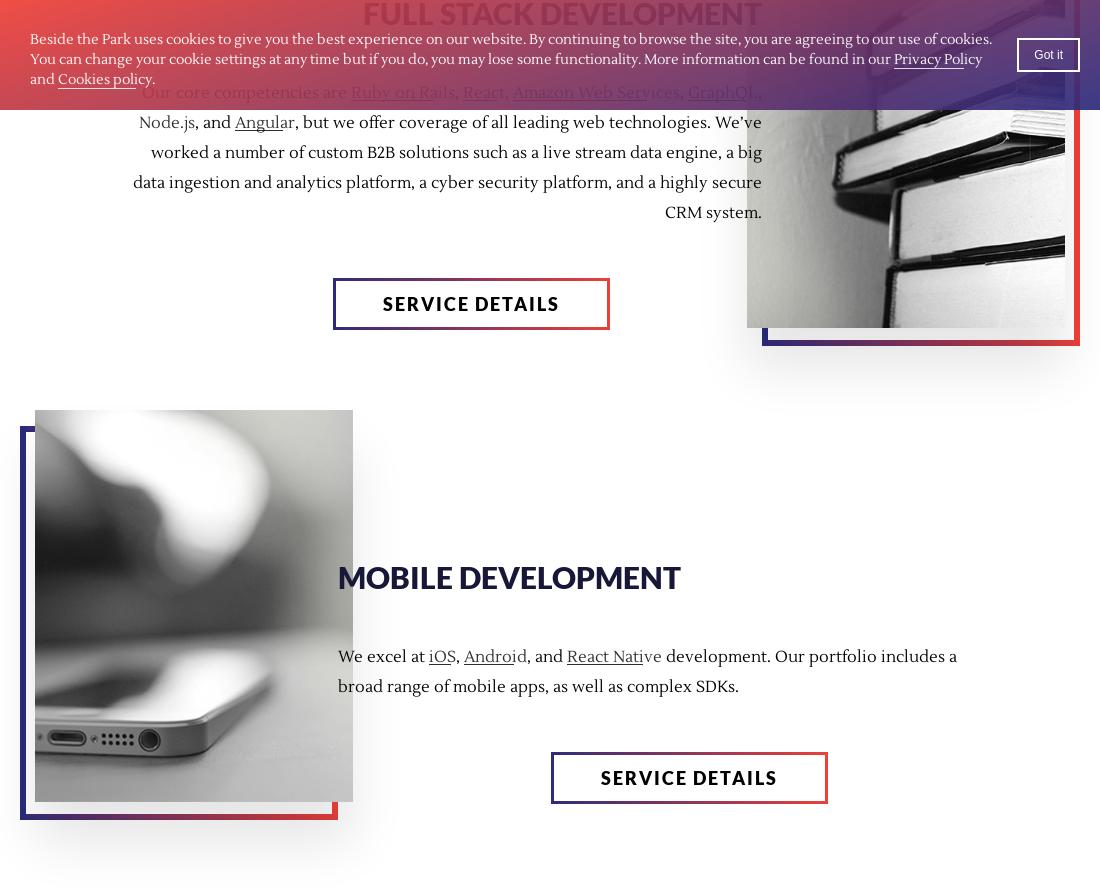 The width and height of the screenshot is (1100, 890). I want to click on 'React', so click(484, 91).